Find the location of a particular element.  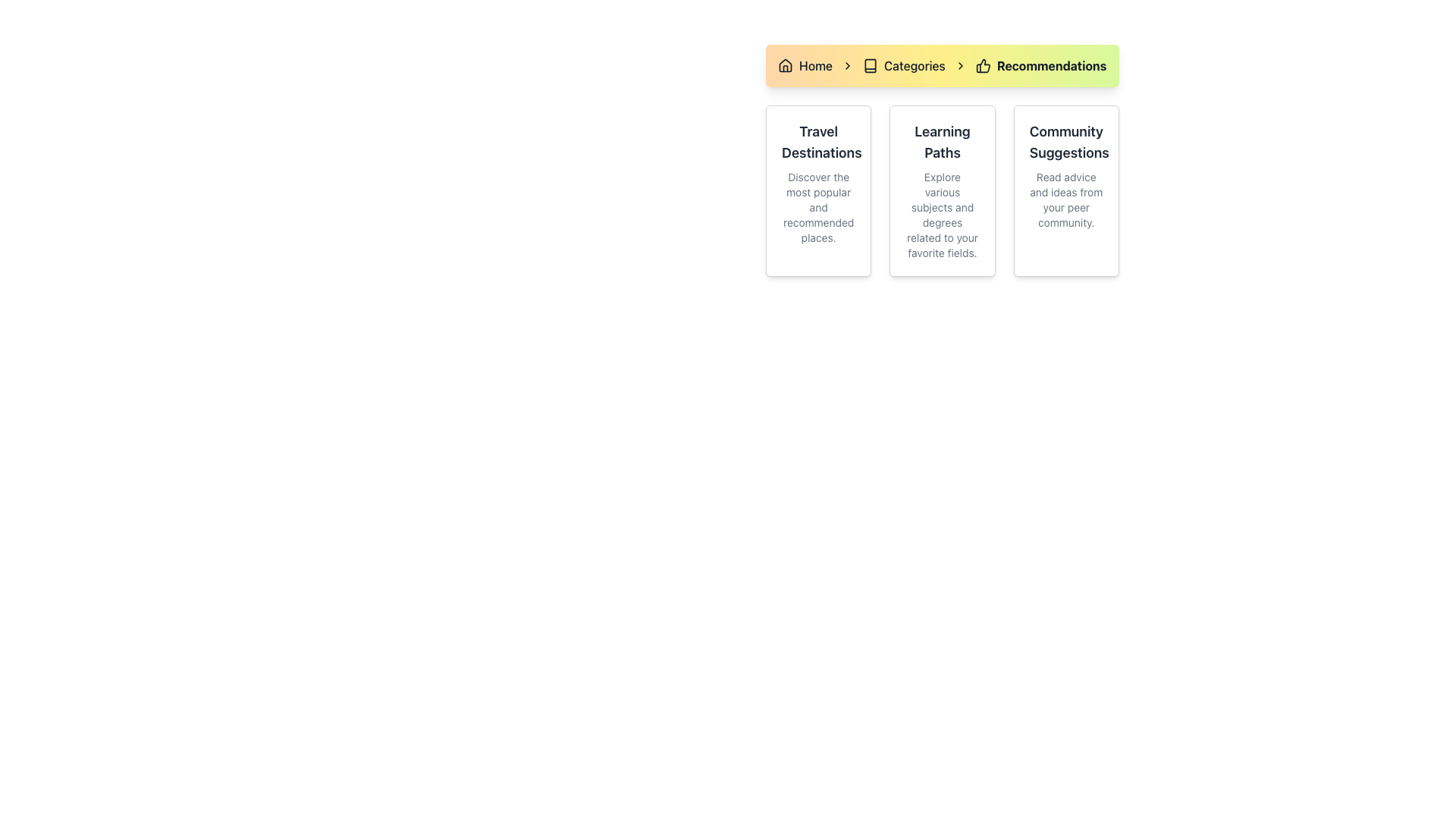

the Breadcrumb navigation item labeled 'Recommendations' is located at coordinates (1040, 65).